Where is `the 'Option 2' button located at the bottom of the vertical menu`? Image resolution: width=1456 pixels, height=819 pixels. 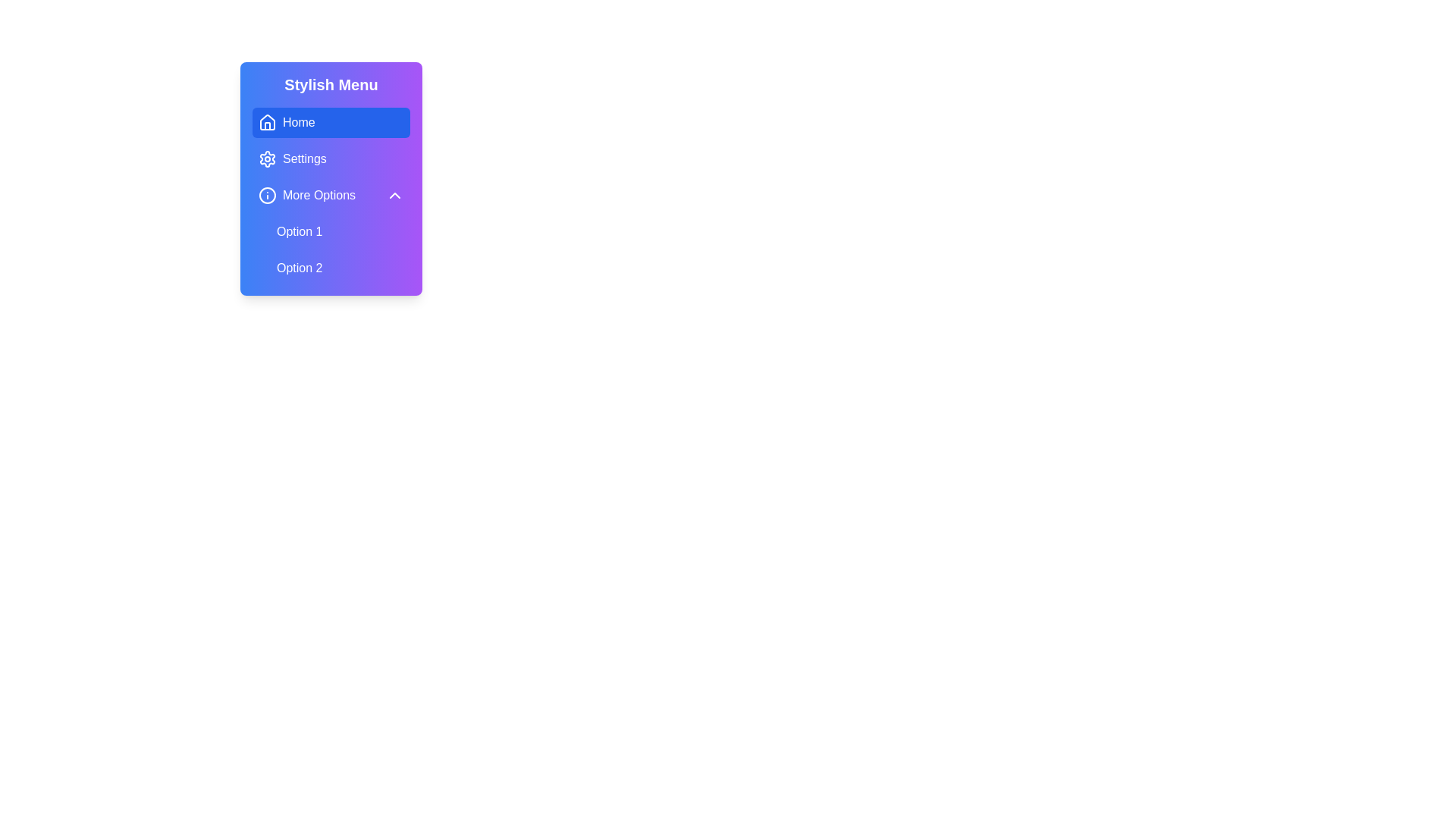
the 'Option 2' button located at the bottom of the vertical menu is located at coordinates (340, 268).